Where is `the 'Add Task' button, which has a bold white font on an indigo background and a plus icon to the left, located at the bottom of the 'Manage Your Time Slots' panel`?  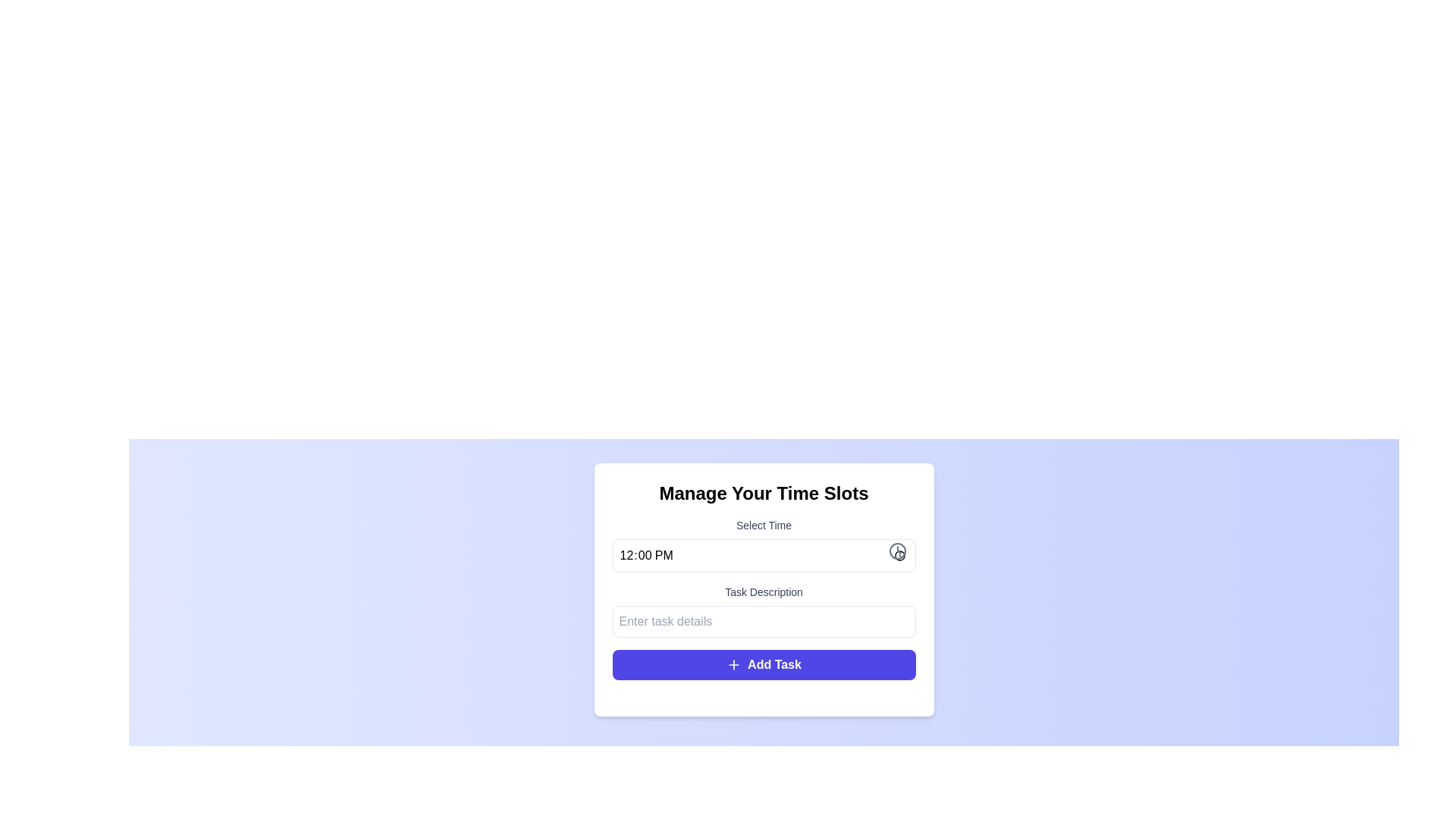 the 'Add Task' button, which has a bold white font on an indigo background and a plus icon to the left, located at the bottom of the 'Manage Your Time Slots' panel is located at coordinates (764, 664).